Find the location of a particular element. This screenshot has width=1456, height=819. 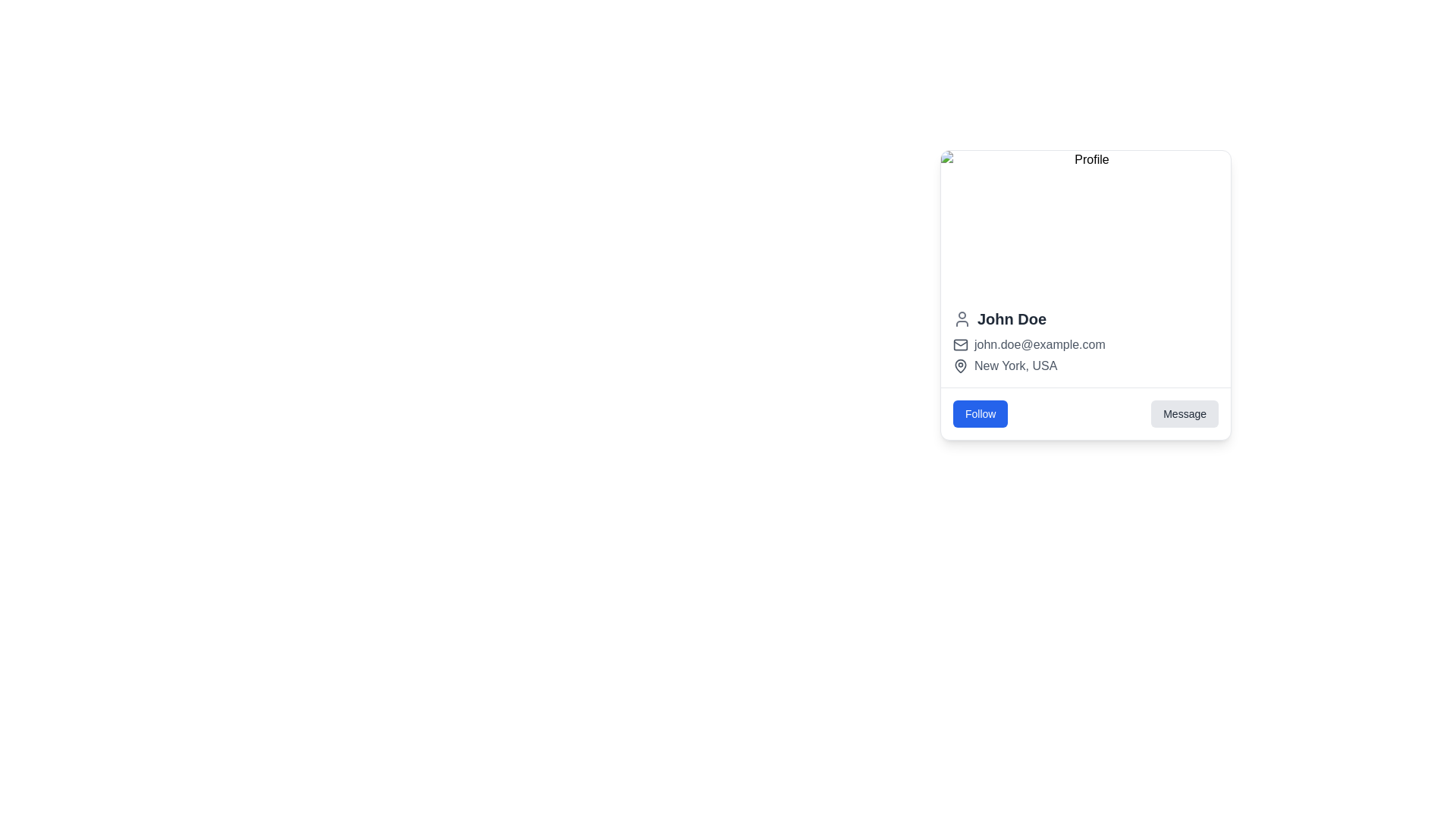

the user icon avatar for 'John Doe', which is a minimalistic gray SVG representation of a person located on the left side of the text is located at coordinates (961, 318).